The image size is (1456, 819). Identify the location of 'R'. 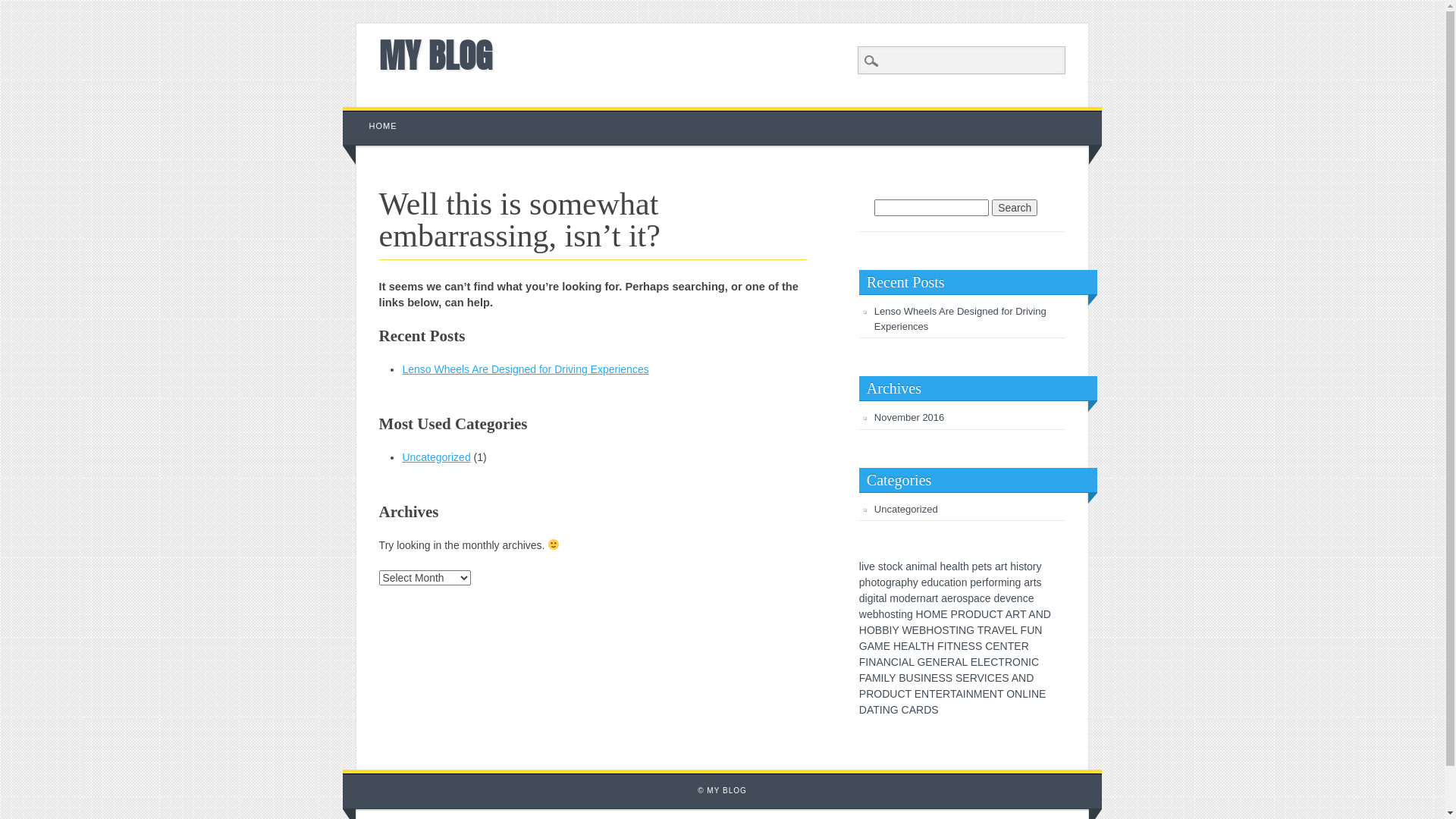
(968, 677).